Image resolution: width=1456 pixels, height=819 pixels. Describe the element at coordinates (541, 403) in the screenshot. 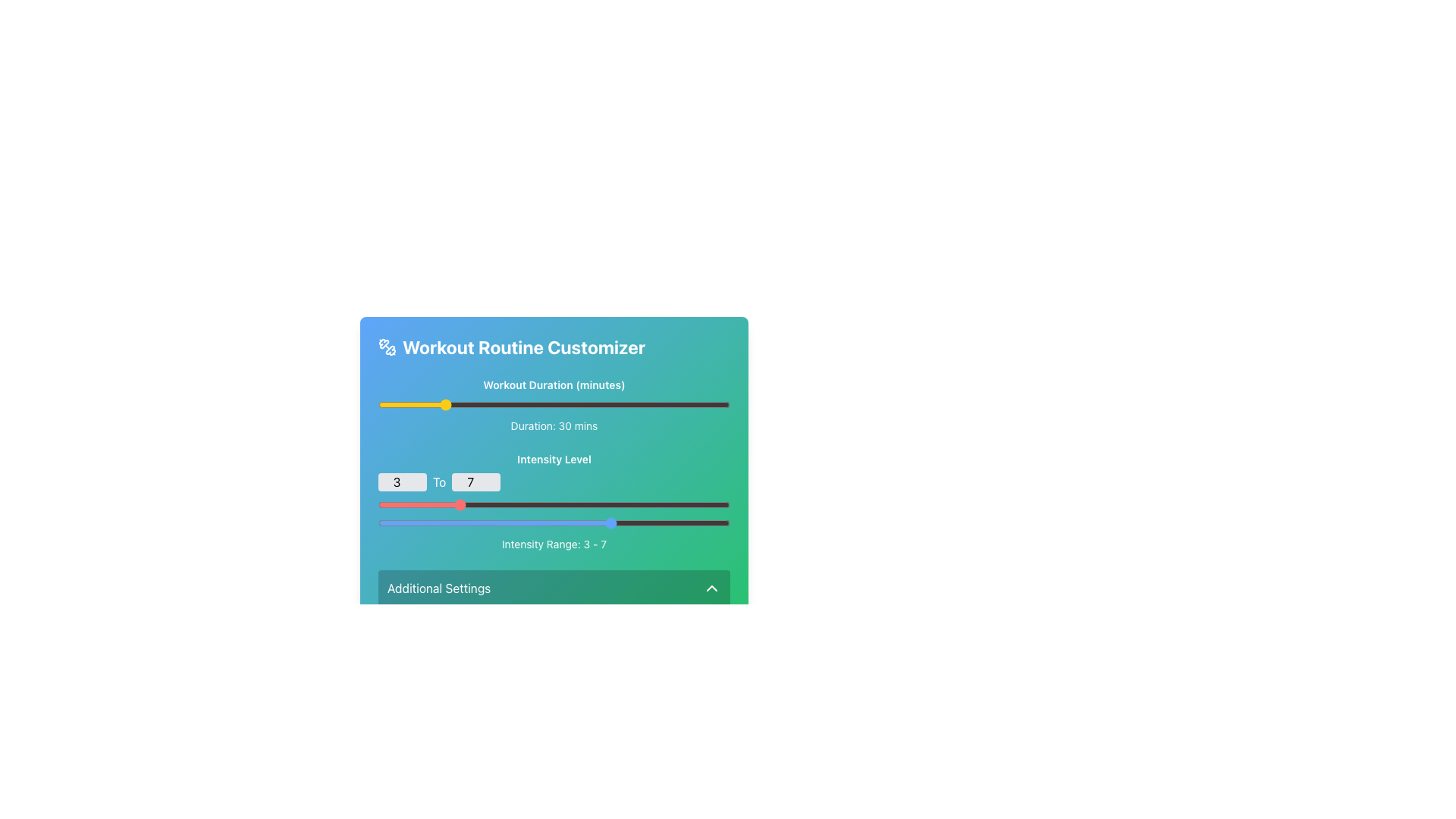

I see `workout duration` at that location.